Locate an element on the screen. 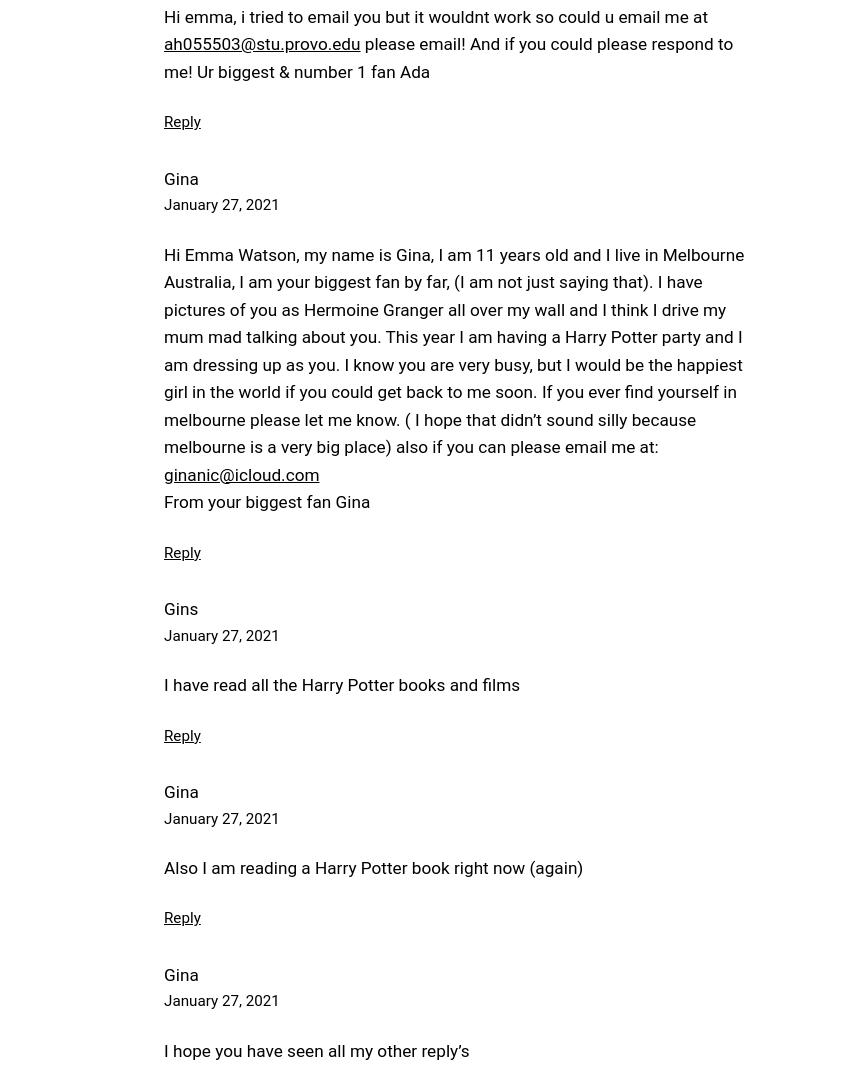 This screenshot has width=850, height=1074. 'I have read all the Harry Potter books and films' is located at coordinates (163, 683).